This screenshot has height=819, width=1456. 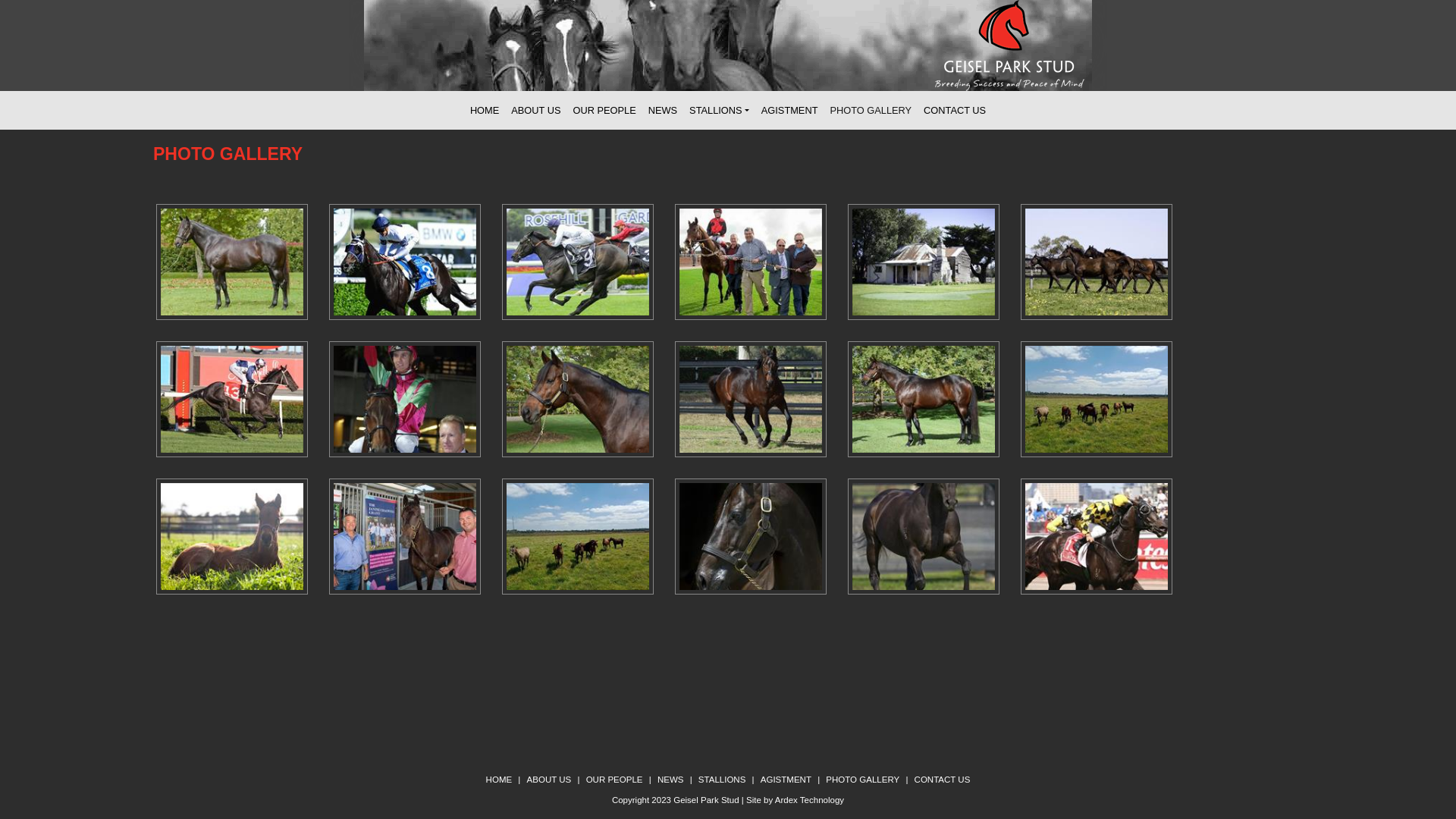 I want to click on 'ABOUT US', so click(x=548, y=780).